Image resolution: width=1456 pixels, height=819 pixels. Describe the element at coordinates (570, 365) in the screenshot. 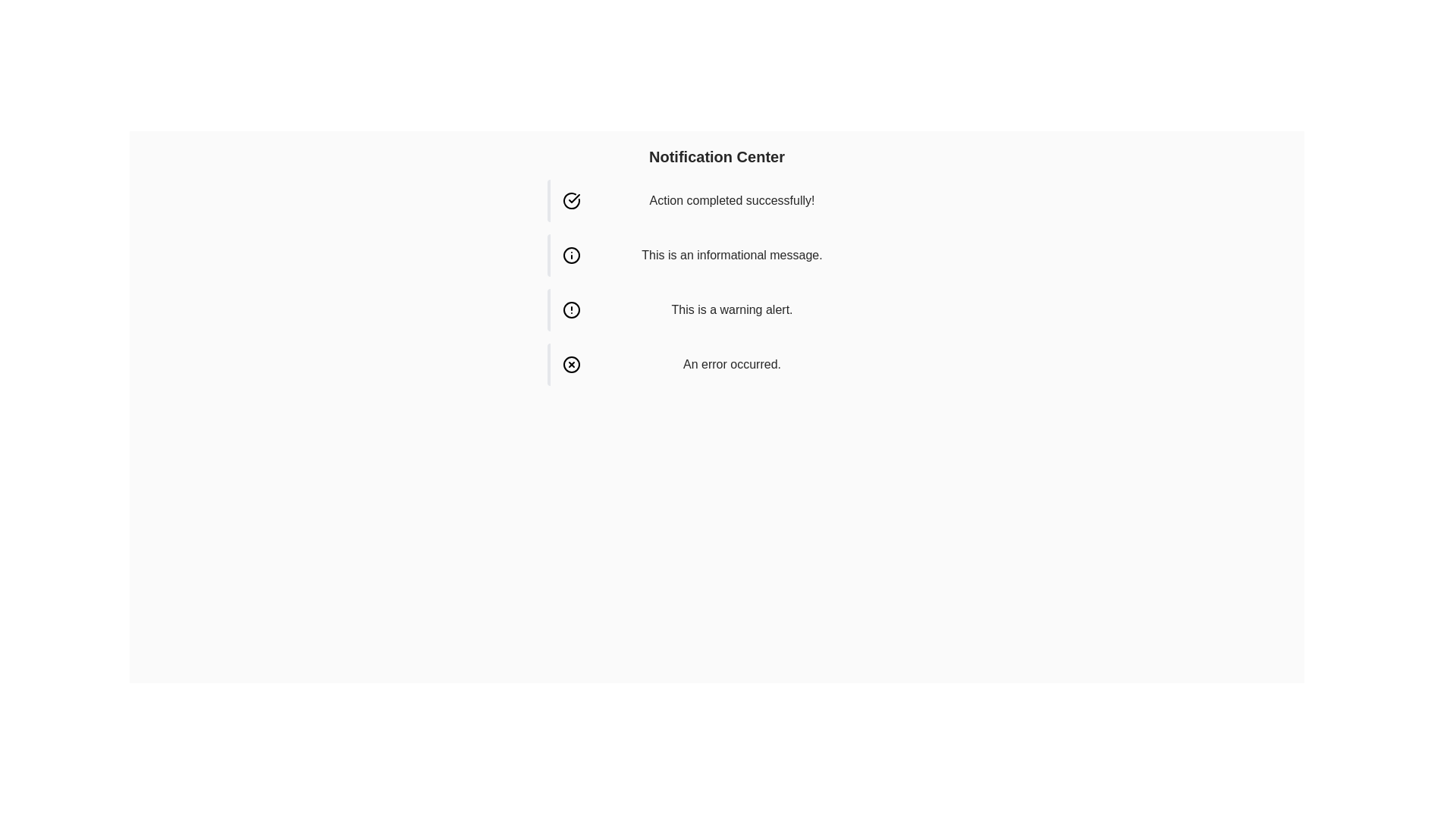

I see `the error SVG icon that signifies a failed operation, located to the left of the text 'An error occurred.' at the bottom of the notification list` at that location.